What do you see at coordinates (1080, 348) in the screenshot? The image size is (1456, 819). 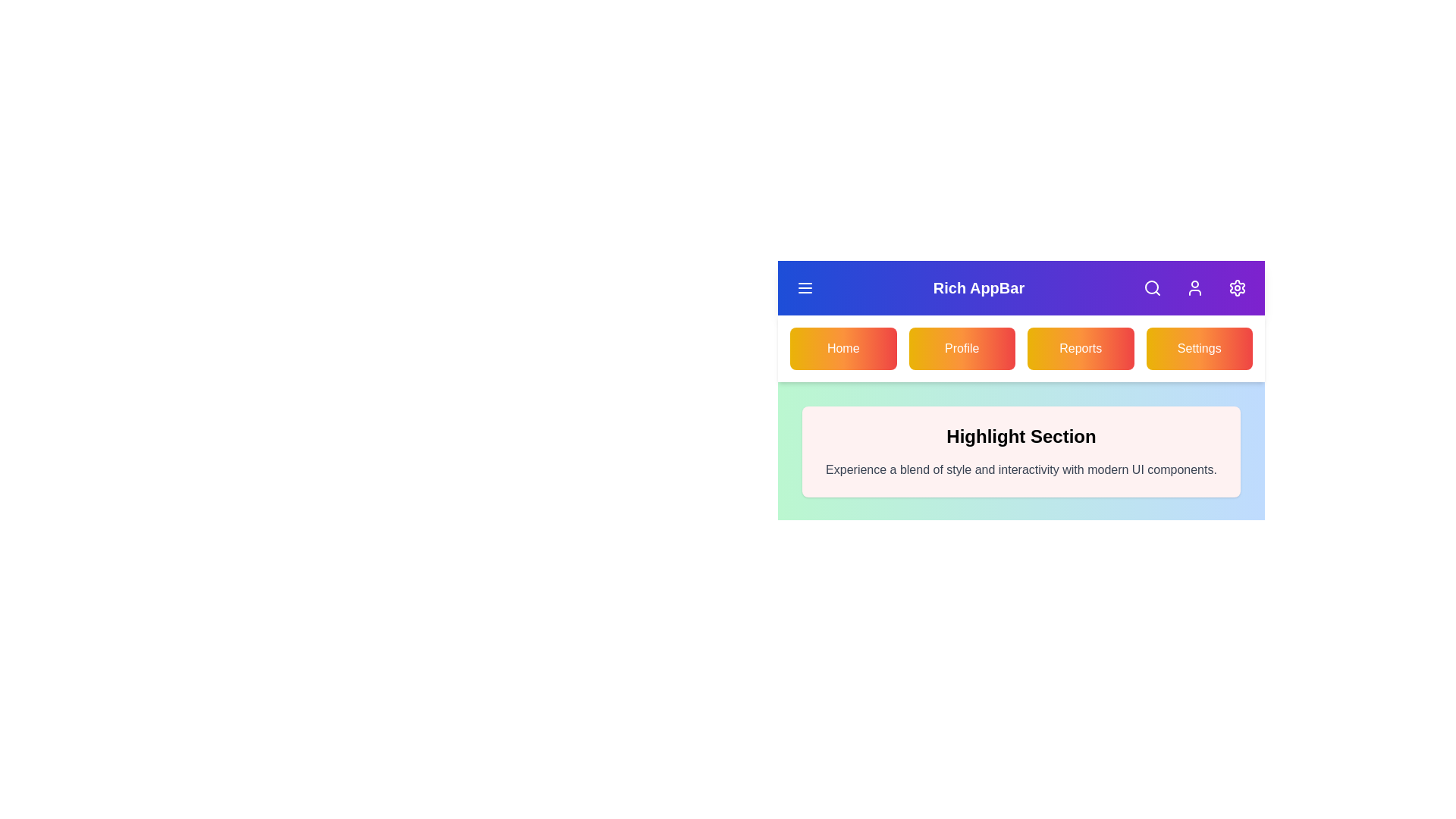 I see `the button labeled Reports to observe its hover effect` at bounding box center [1080, 348].